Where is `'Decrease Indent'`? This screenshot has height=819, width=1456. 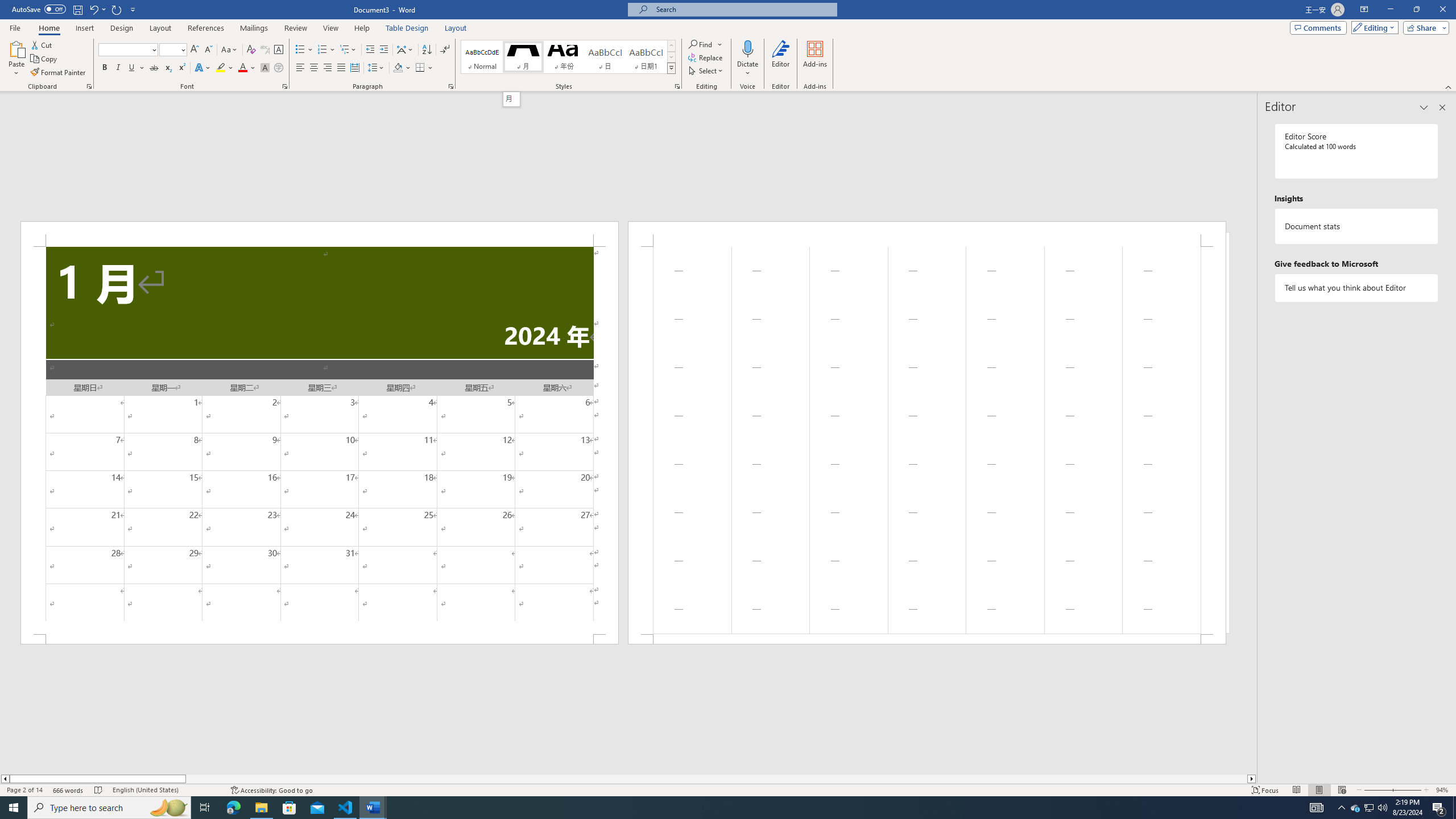
'Decrease Indent' is located at coordinates (370, 49).